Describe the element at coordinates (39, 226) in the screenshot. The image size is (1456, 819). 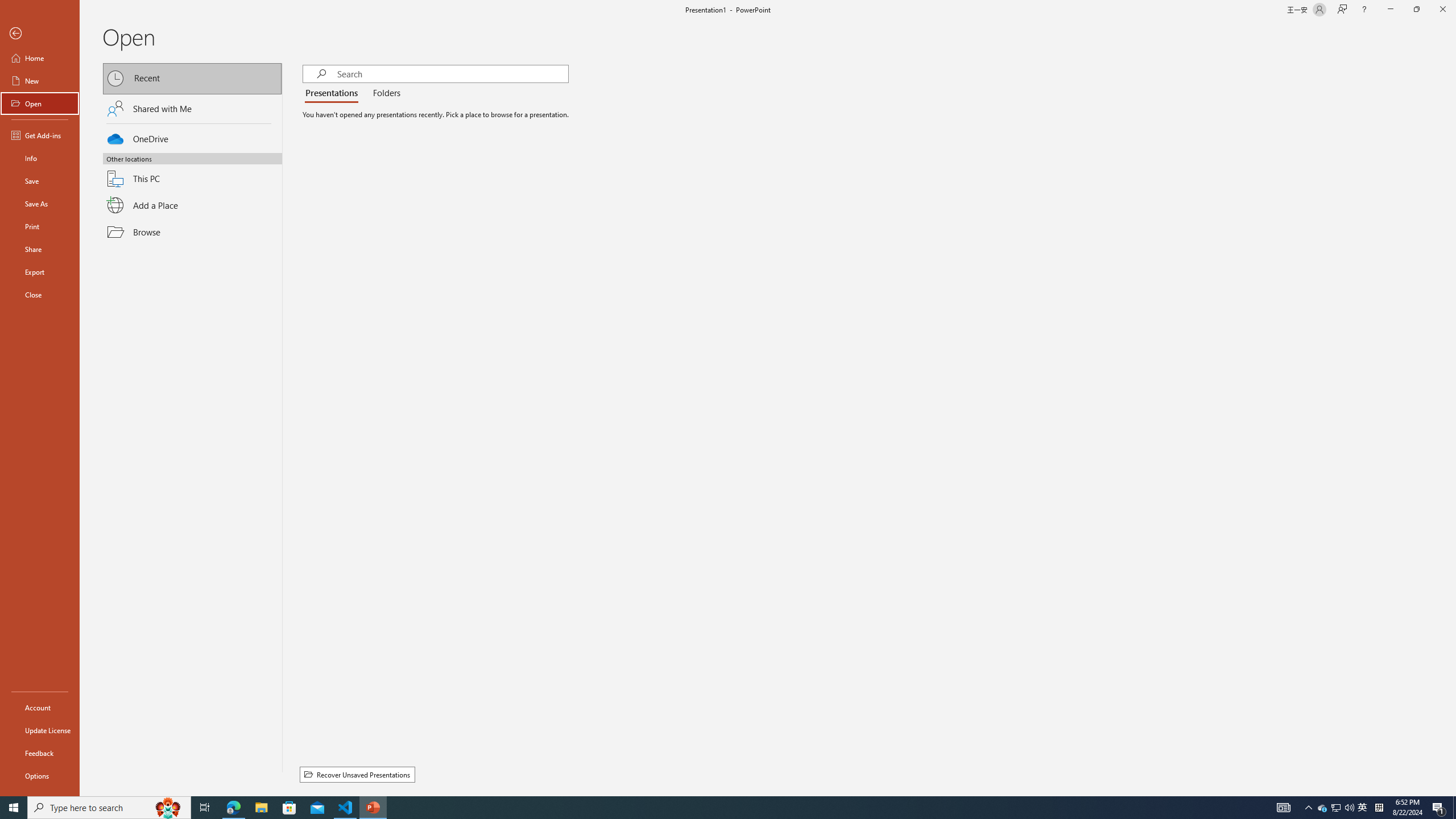
I see `'Print'` at that location.